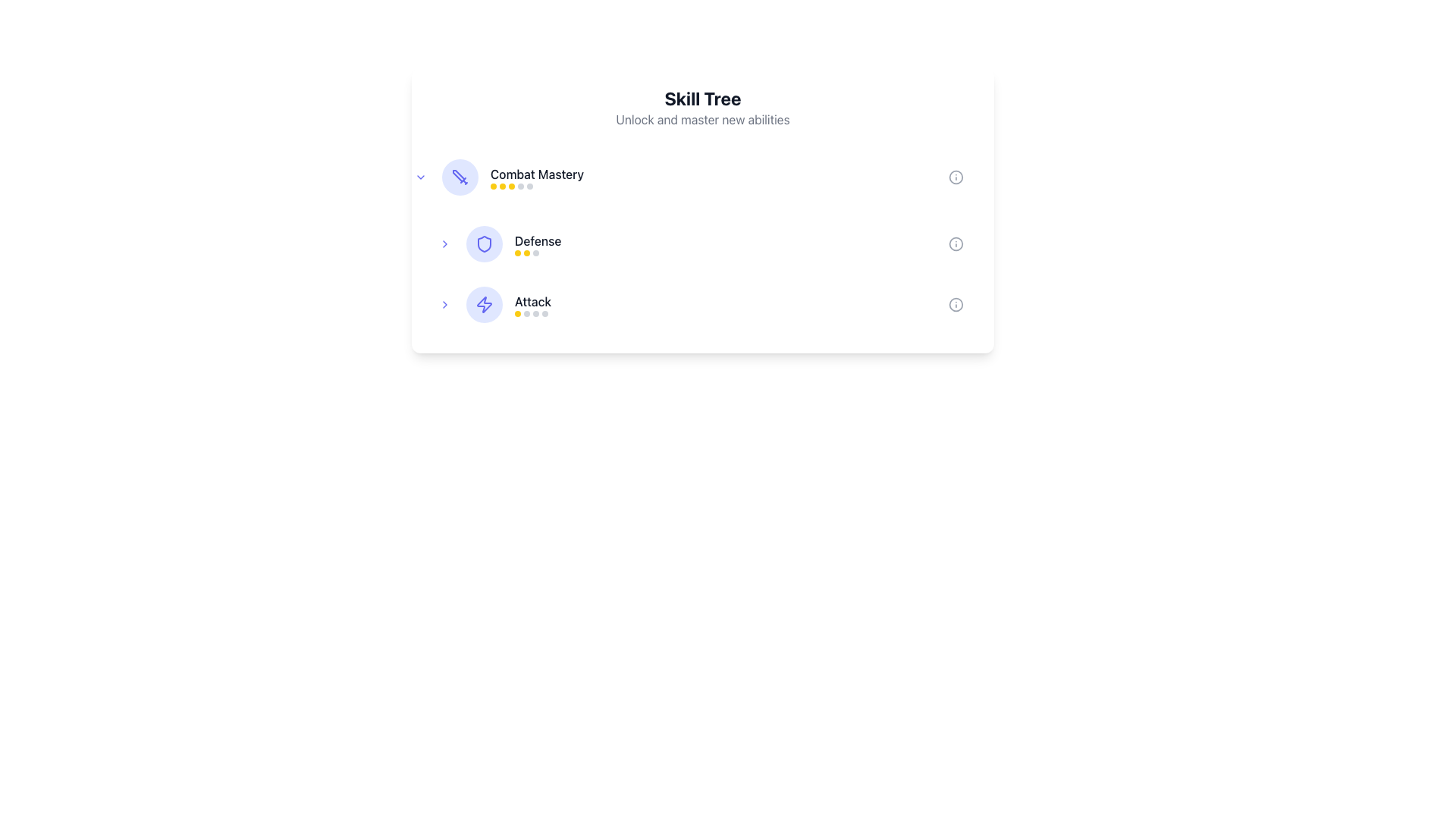 The image size is (1456, 819). What do you see at coordinates (701, 99) in the screenshot?
I see `text content of the 'Skill Tree' heading displayed in bold, large font at the top center of the content section` at bounding box center [701, 99].